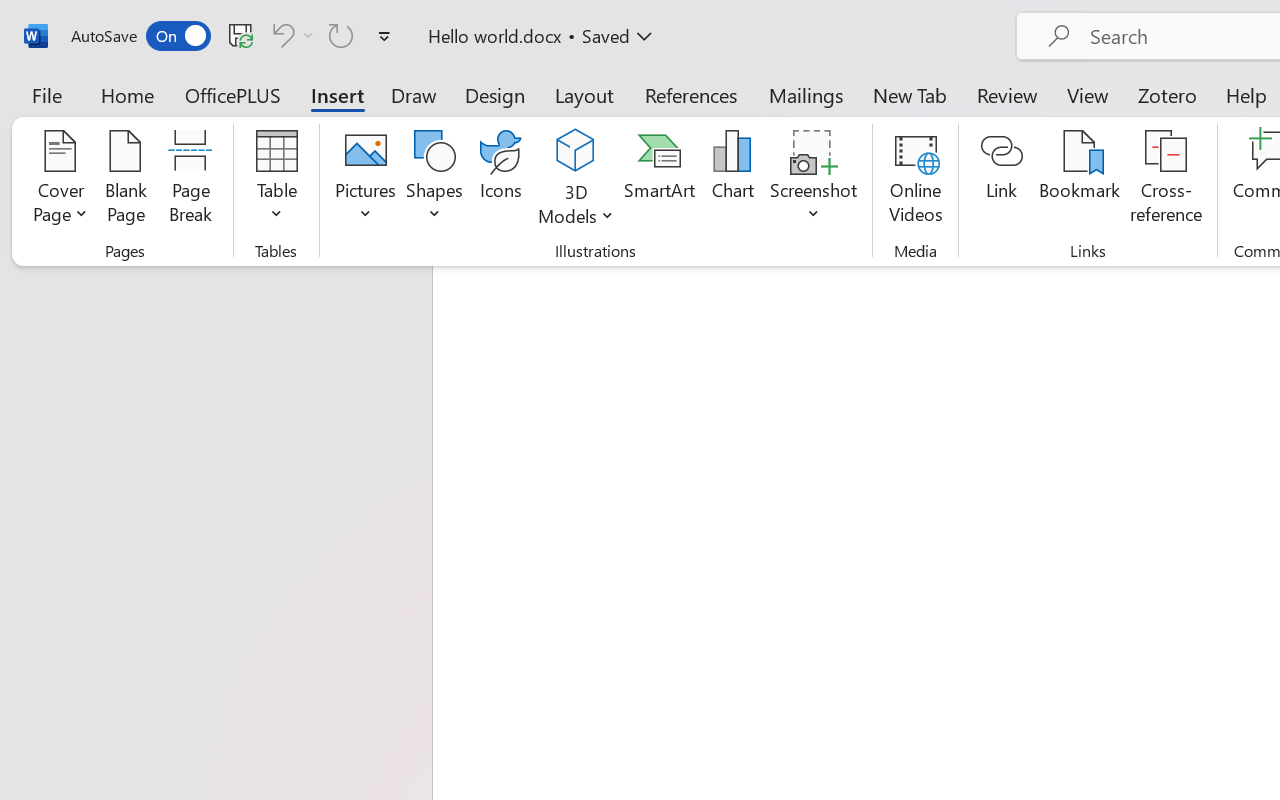 The image size is (1280, 800). I want to click on 'Zotero', so click(1167, 94).